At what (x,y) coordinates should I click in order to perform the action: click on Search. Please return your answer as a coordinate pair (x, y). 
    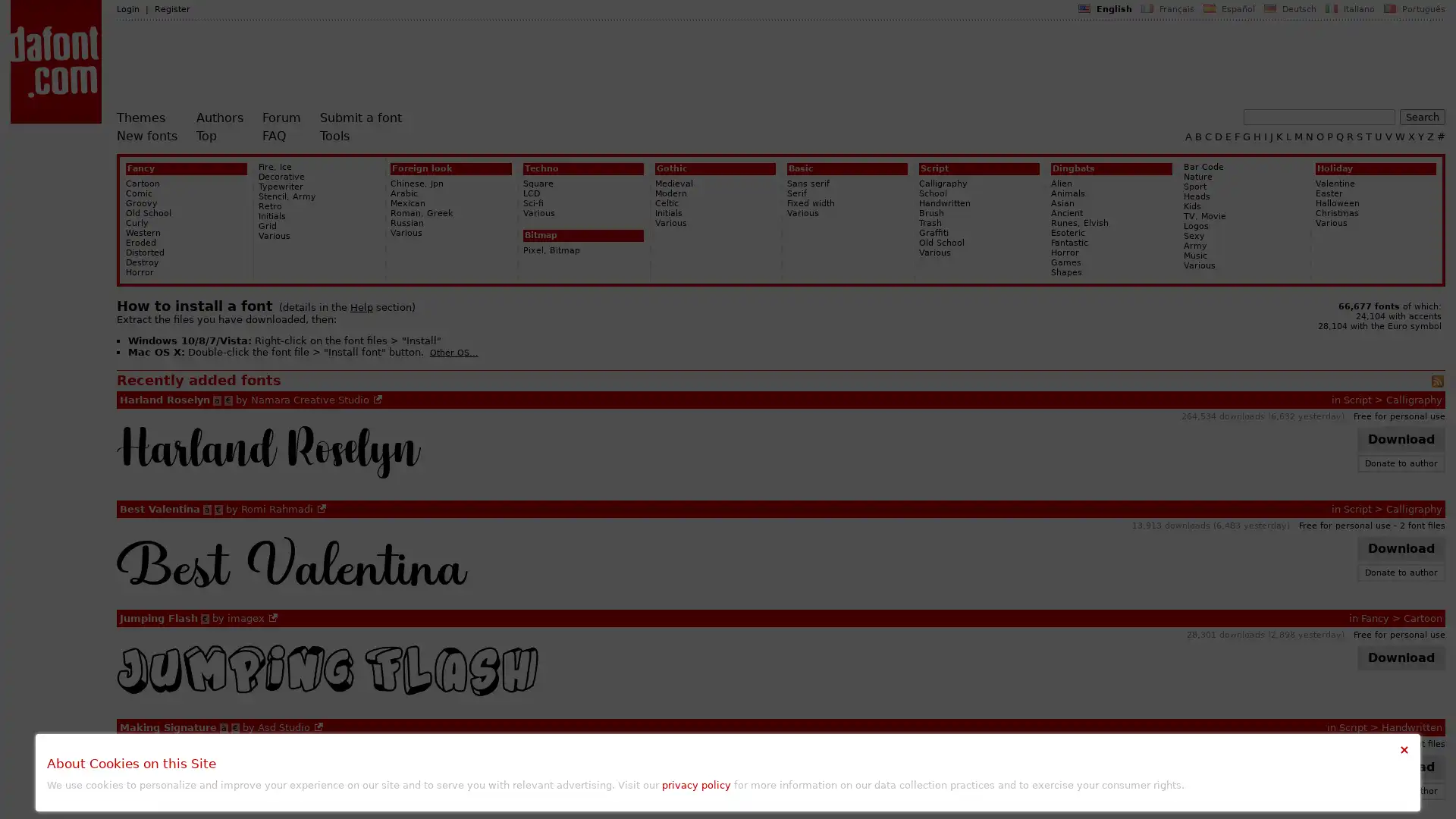
    Looking at the image, I should click on (1422, 116).